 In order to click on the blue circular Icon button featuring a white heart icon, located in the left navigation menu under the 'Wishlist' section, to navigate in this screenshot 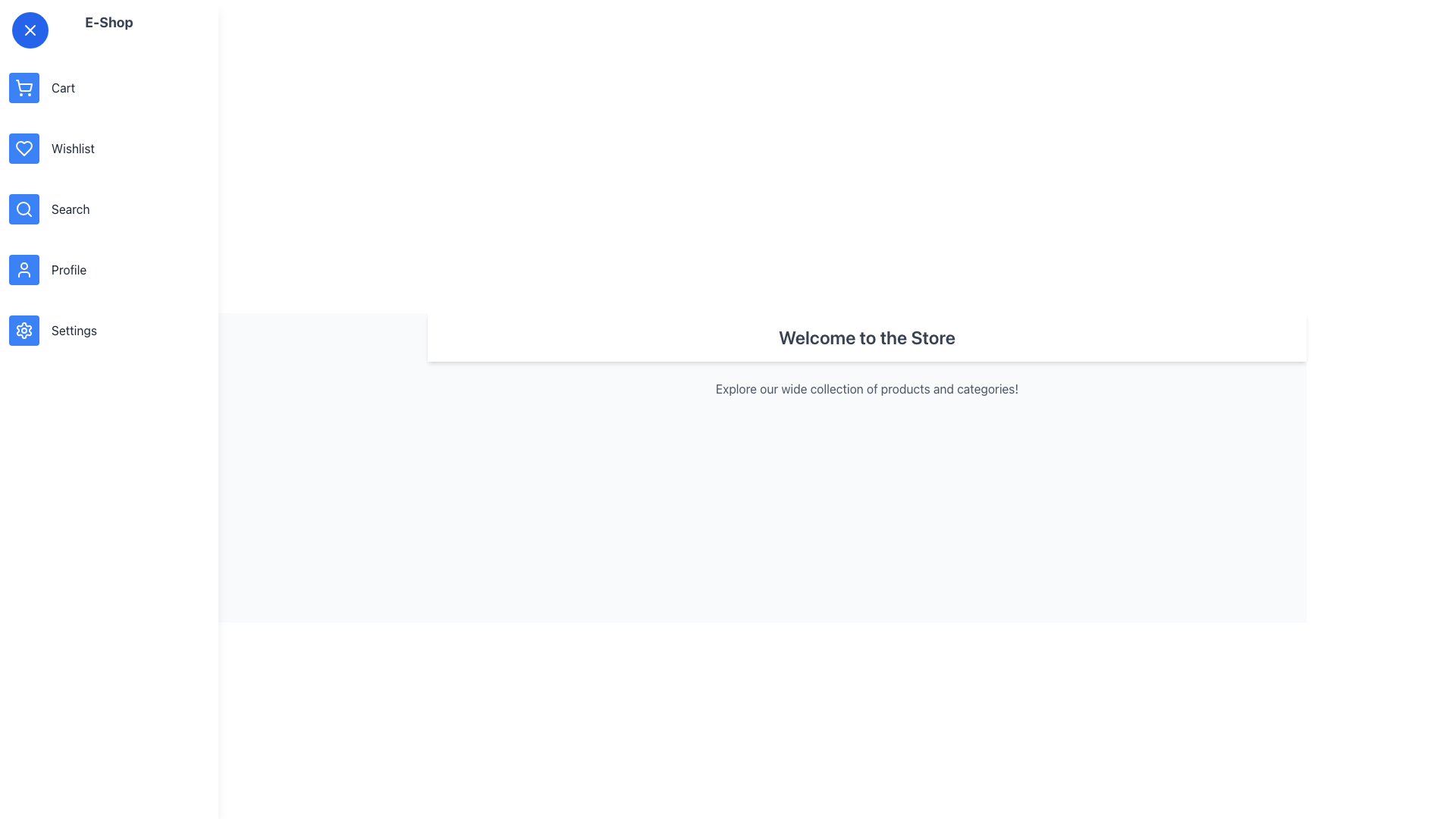, I will do `click(24, 149)`.